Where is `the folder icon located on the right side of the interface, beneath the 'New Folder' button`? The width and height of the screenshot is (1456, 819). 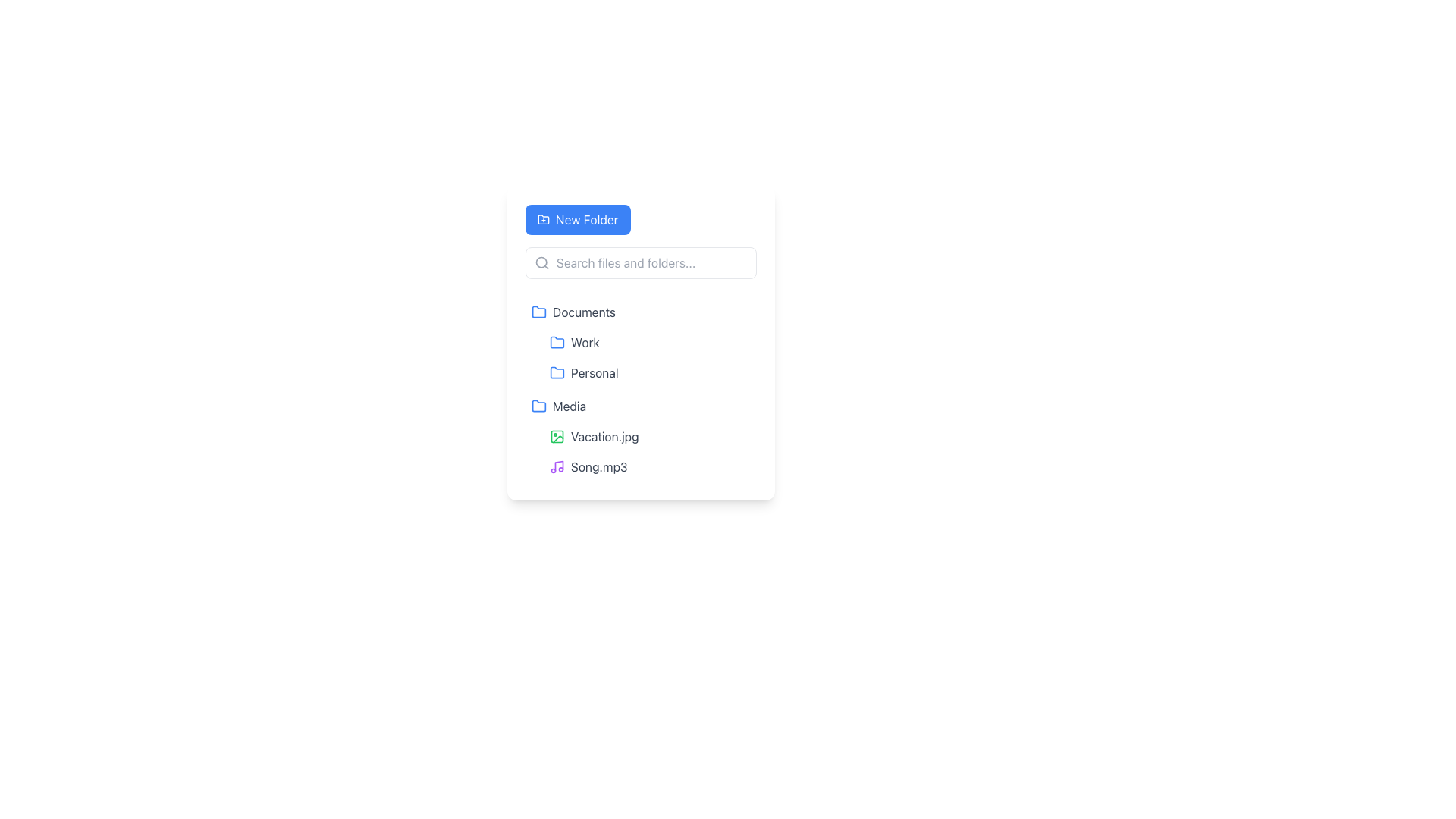
the folder icon located on the right side of the interface, beneath the 'New Folder' button is located at coordinates (538, 311).